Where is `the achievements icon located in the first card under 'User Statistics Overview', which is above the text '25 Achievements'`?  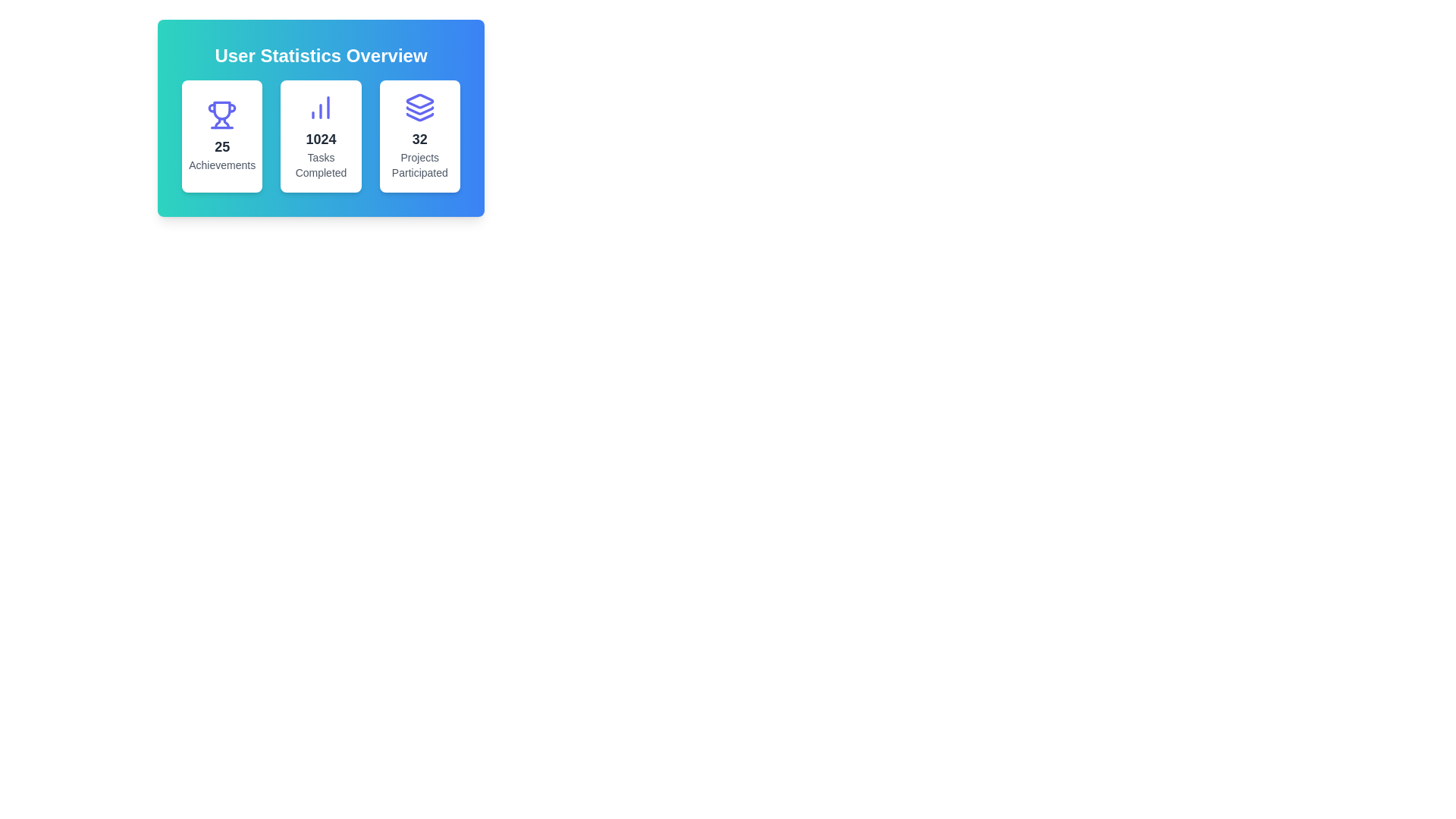 the achievements icon located in the first card under 'User Statistics Overview', which is above the text '25 Achievements' is located at coordinates (221, 110).